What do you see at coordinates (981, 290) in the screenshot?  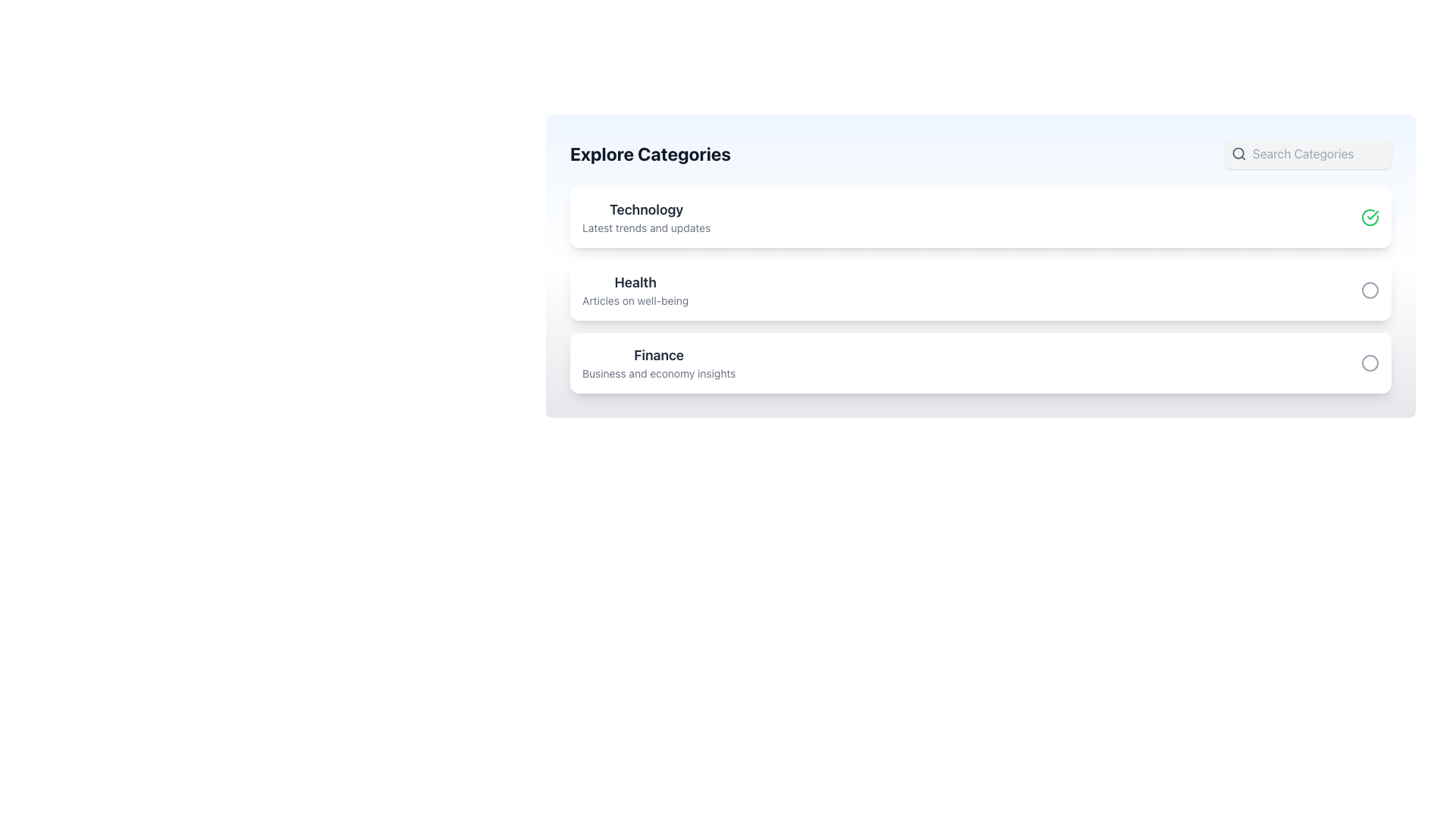 I see `the 'Health' category list item` at bounding box center [981, 290].